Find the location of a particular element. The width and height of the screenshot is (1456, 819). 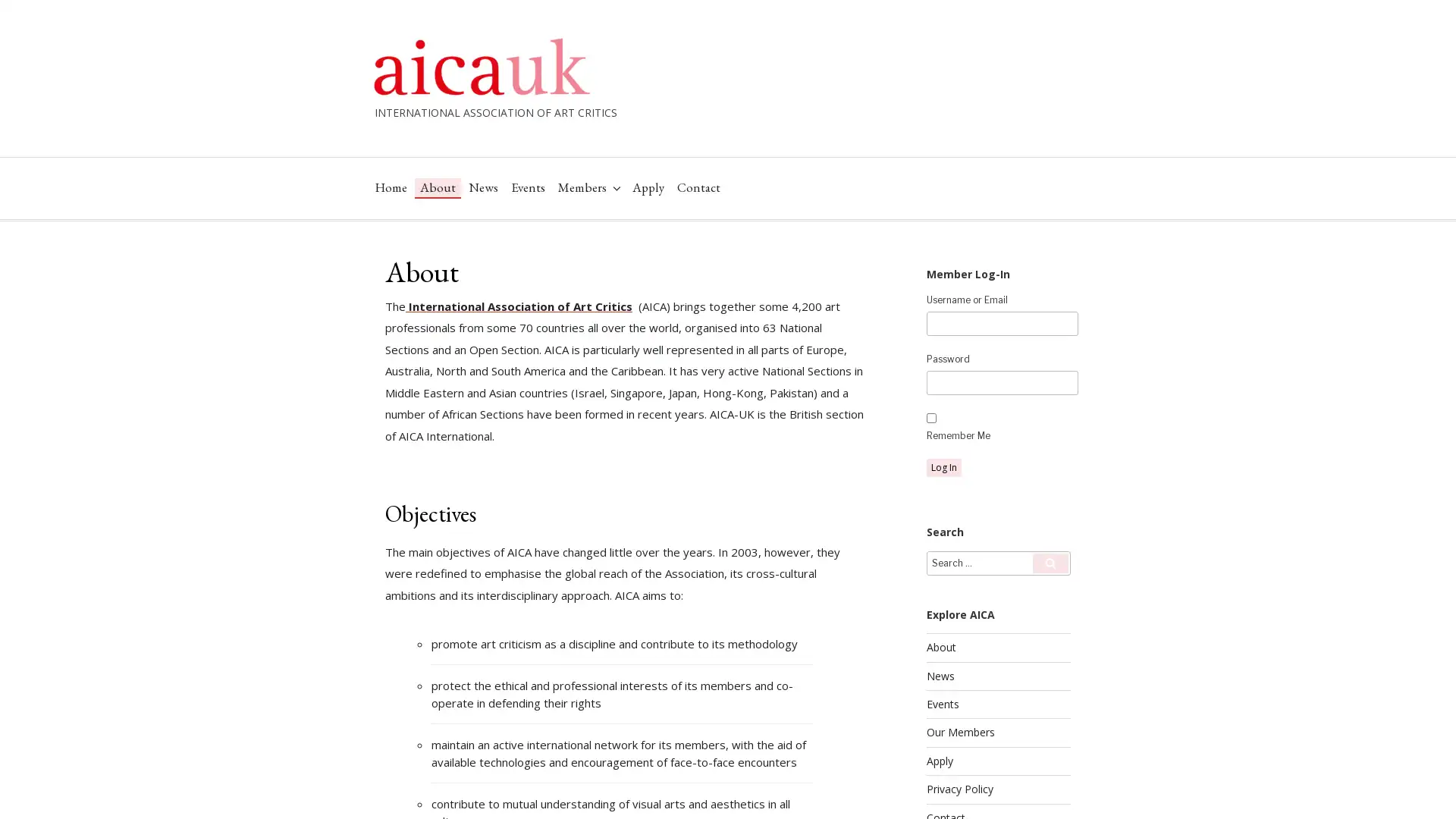

Log In is located at coordinates (943, 467).